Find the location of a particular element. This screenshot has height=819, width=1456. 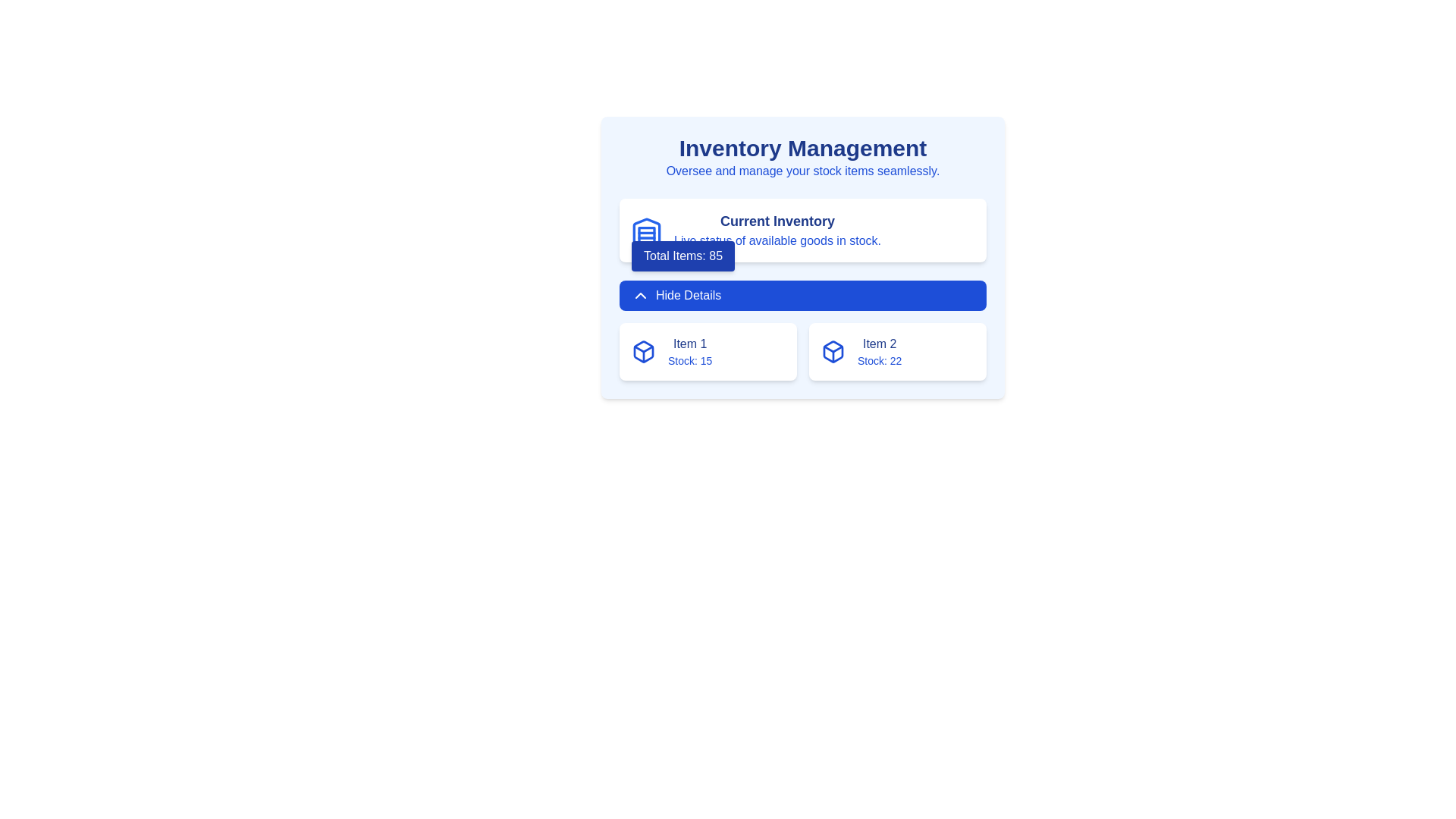

the Text Label displaying the name or identifier of the item within the inventory management interface, located in the card labeled 'Item 2' with 'Stock: 22' is located at coordinates (880, 344).